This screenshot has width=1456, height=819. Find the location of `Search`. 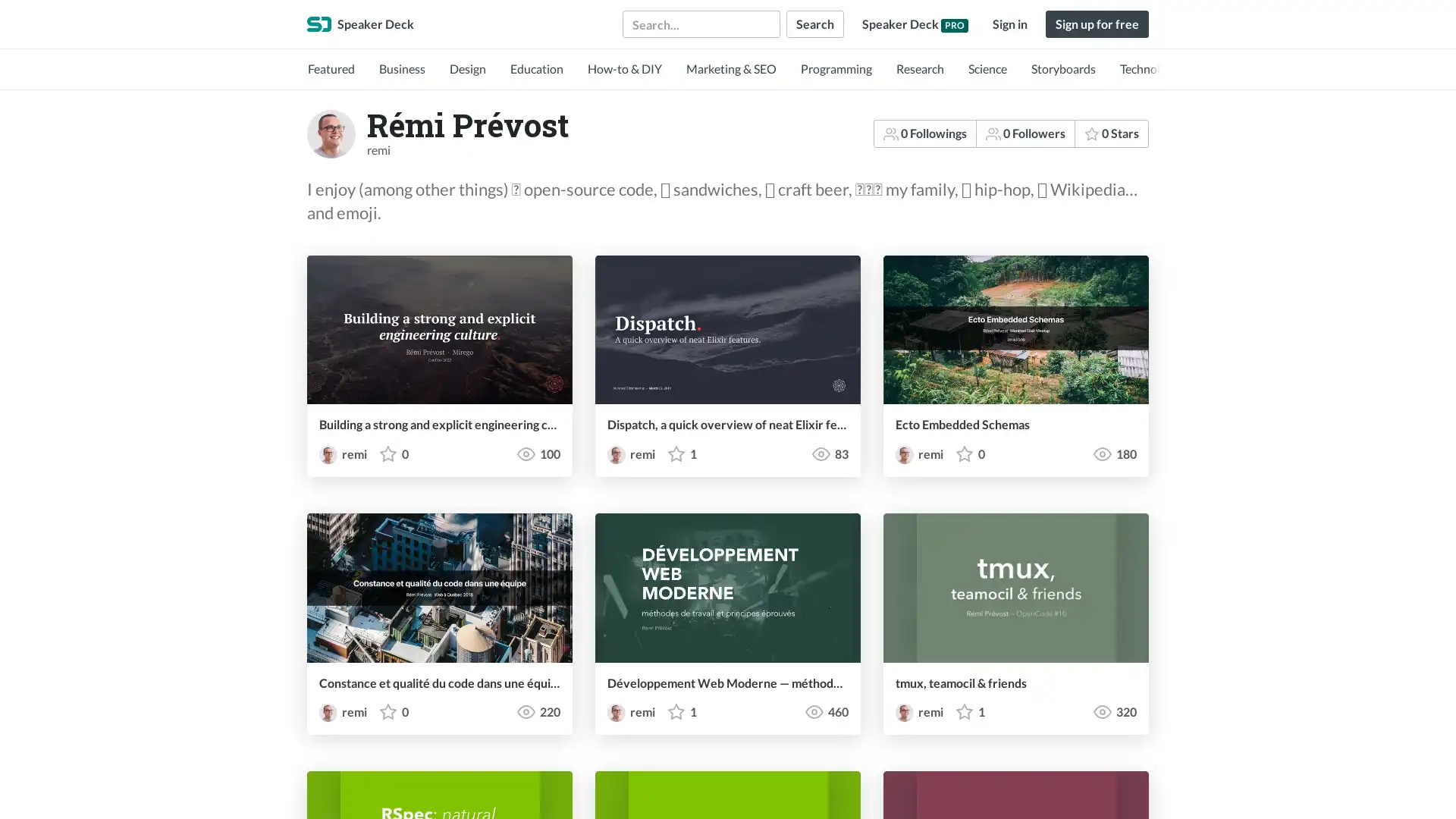

Search is located at coordinates (814, 24).